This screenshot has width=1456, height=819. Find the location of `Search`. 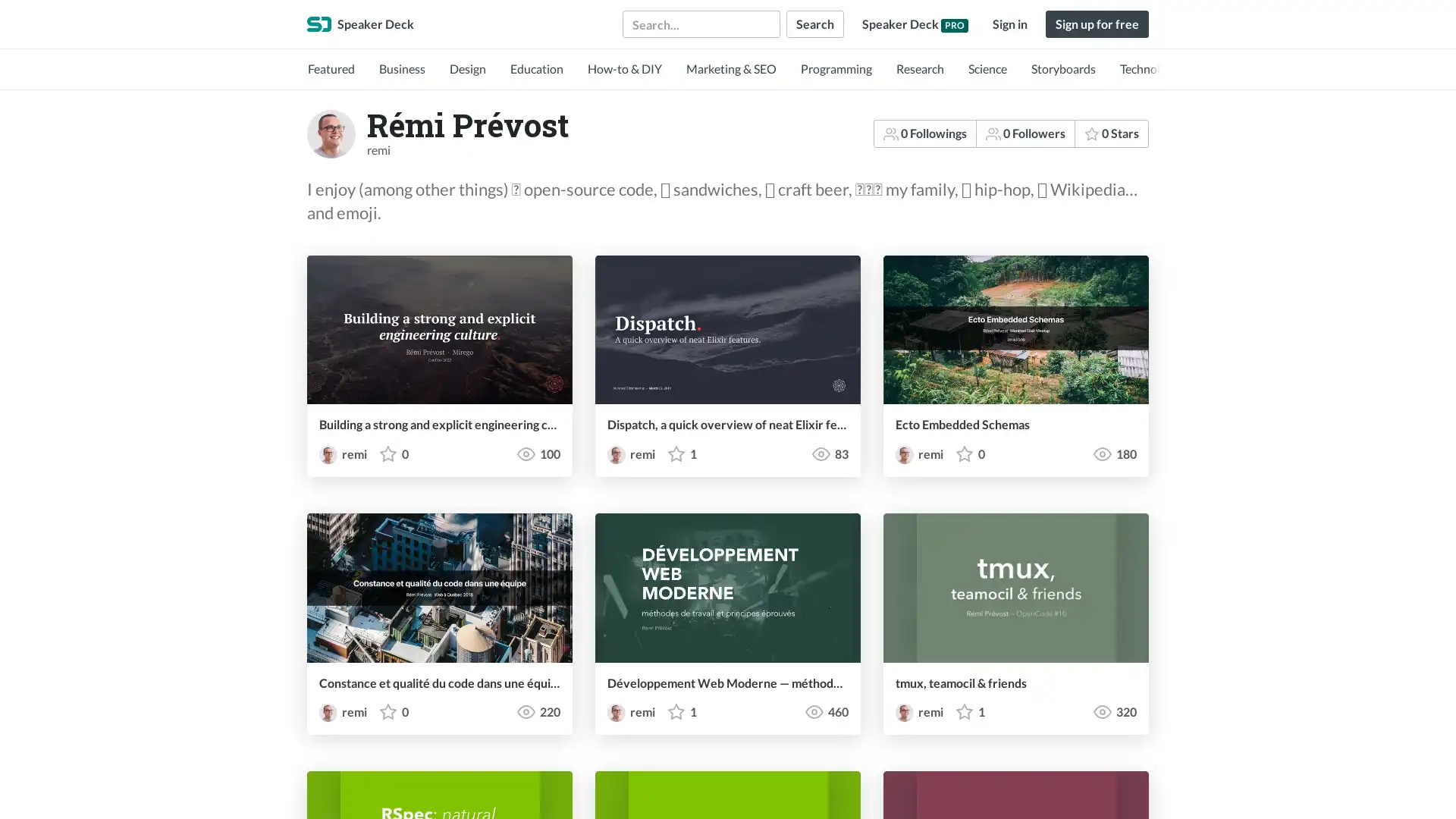

Search is located at coordinates (814, 24).